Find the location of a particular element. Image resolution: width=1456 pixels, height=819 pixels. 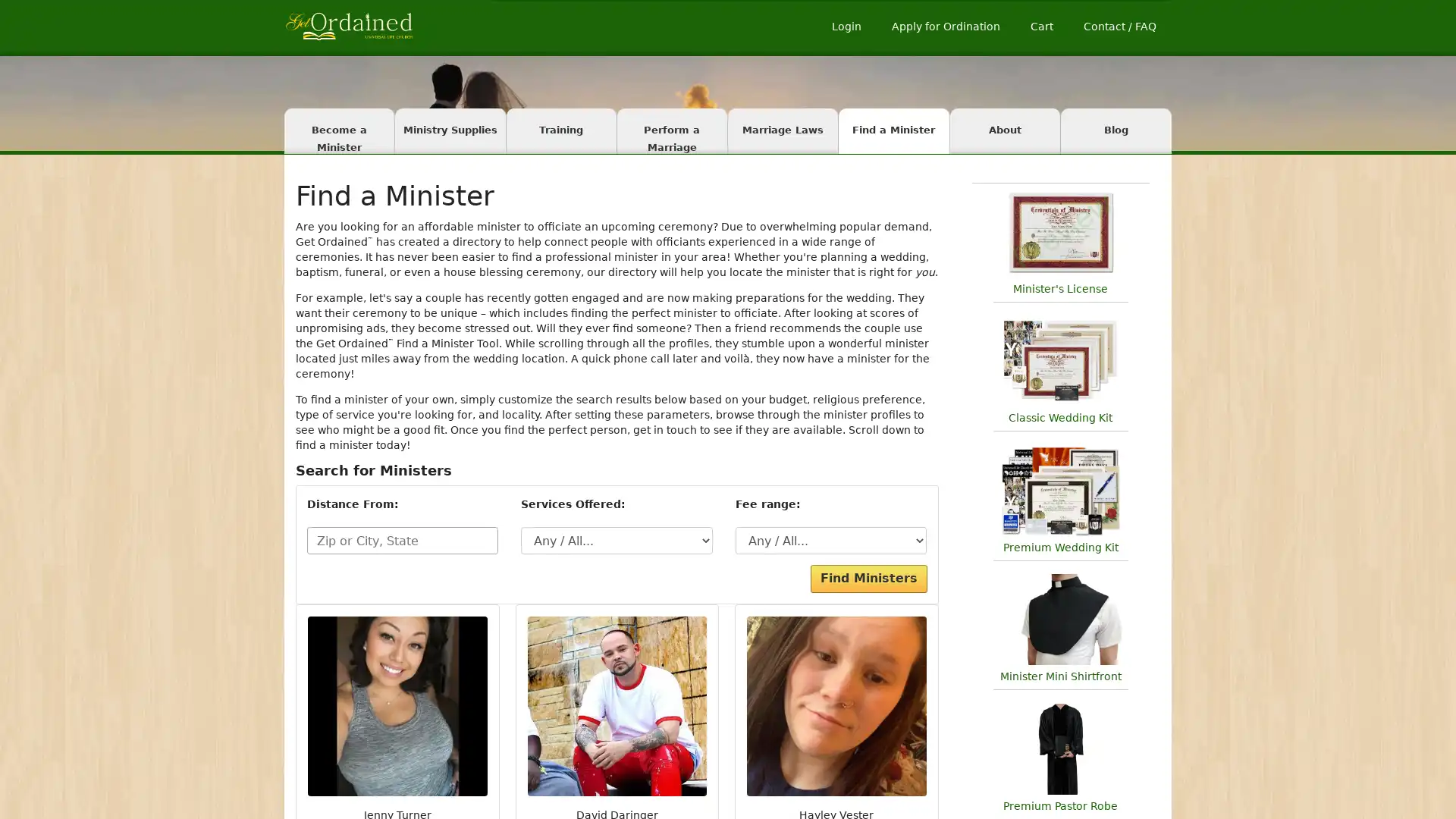

Find Ministers is located at coordinates (868, 579).